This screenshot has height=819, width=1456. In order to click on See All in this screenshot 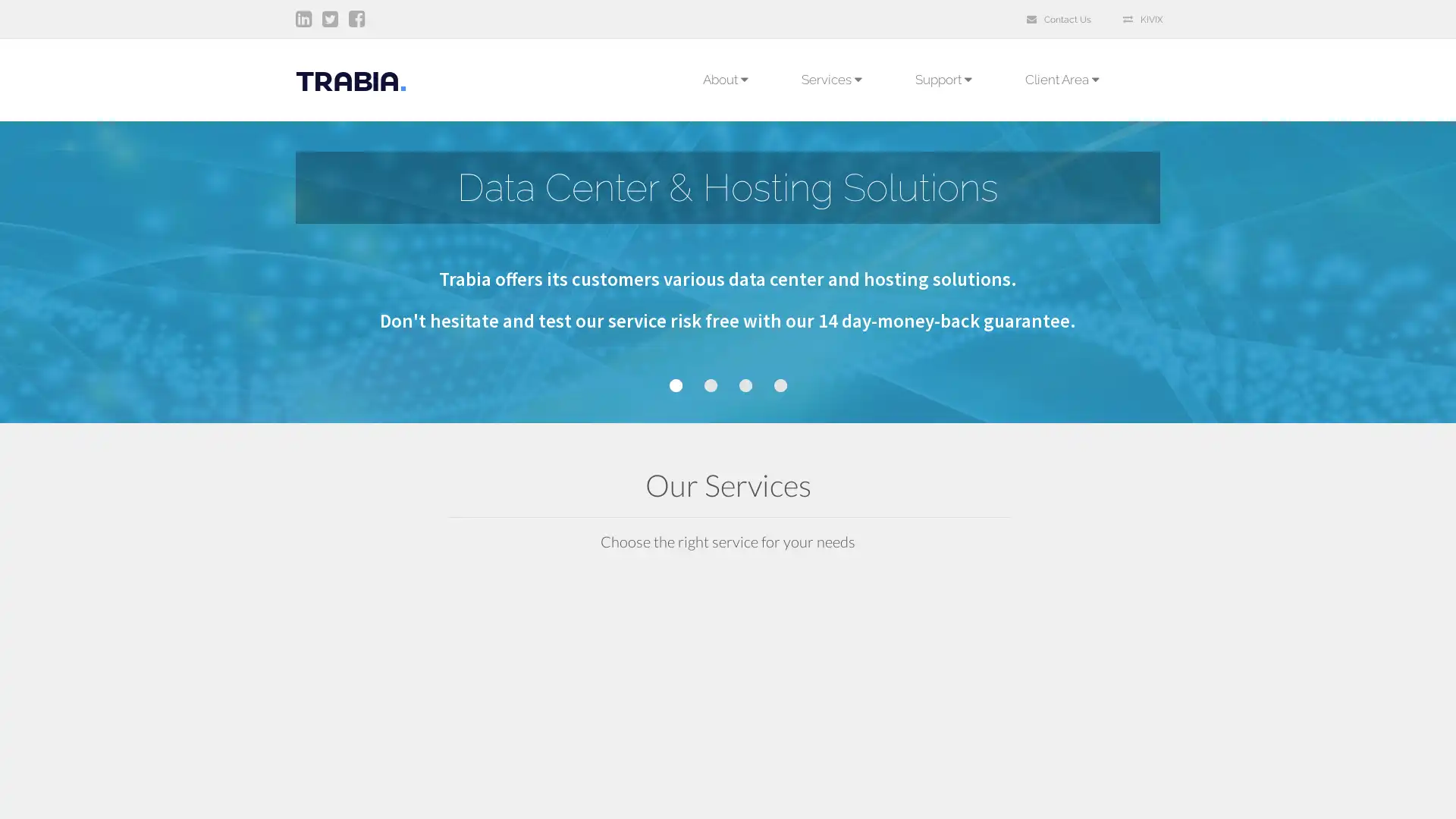, I will do `click(837, 792)`.